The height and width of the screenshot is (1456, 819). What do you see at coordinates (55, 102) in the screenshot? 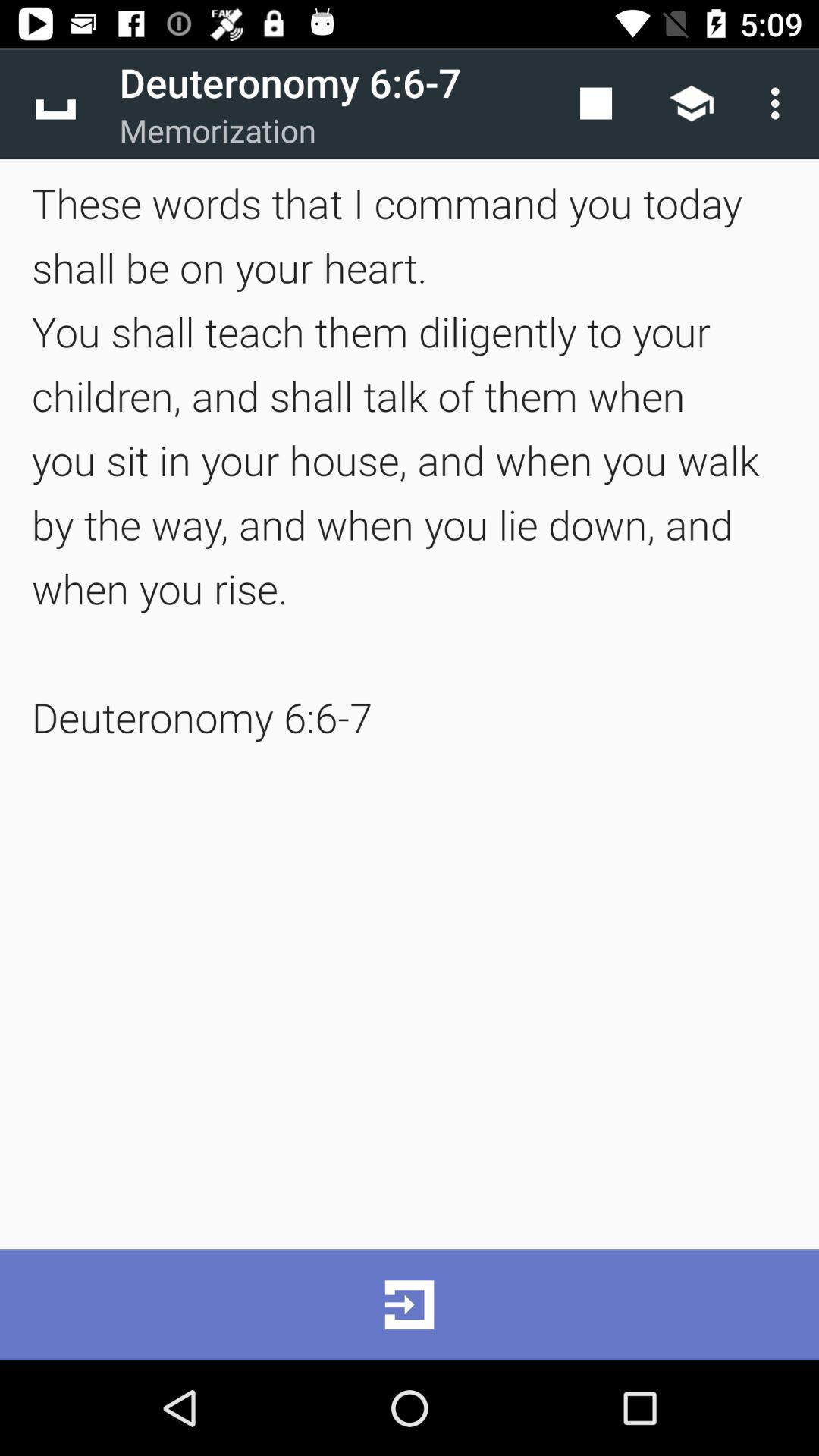
I see `the item above these words that` at bounding box center [55, 102].